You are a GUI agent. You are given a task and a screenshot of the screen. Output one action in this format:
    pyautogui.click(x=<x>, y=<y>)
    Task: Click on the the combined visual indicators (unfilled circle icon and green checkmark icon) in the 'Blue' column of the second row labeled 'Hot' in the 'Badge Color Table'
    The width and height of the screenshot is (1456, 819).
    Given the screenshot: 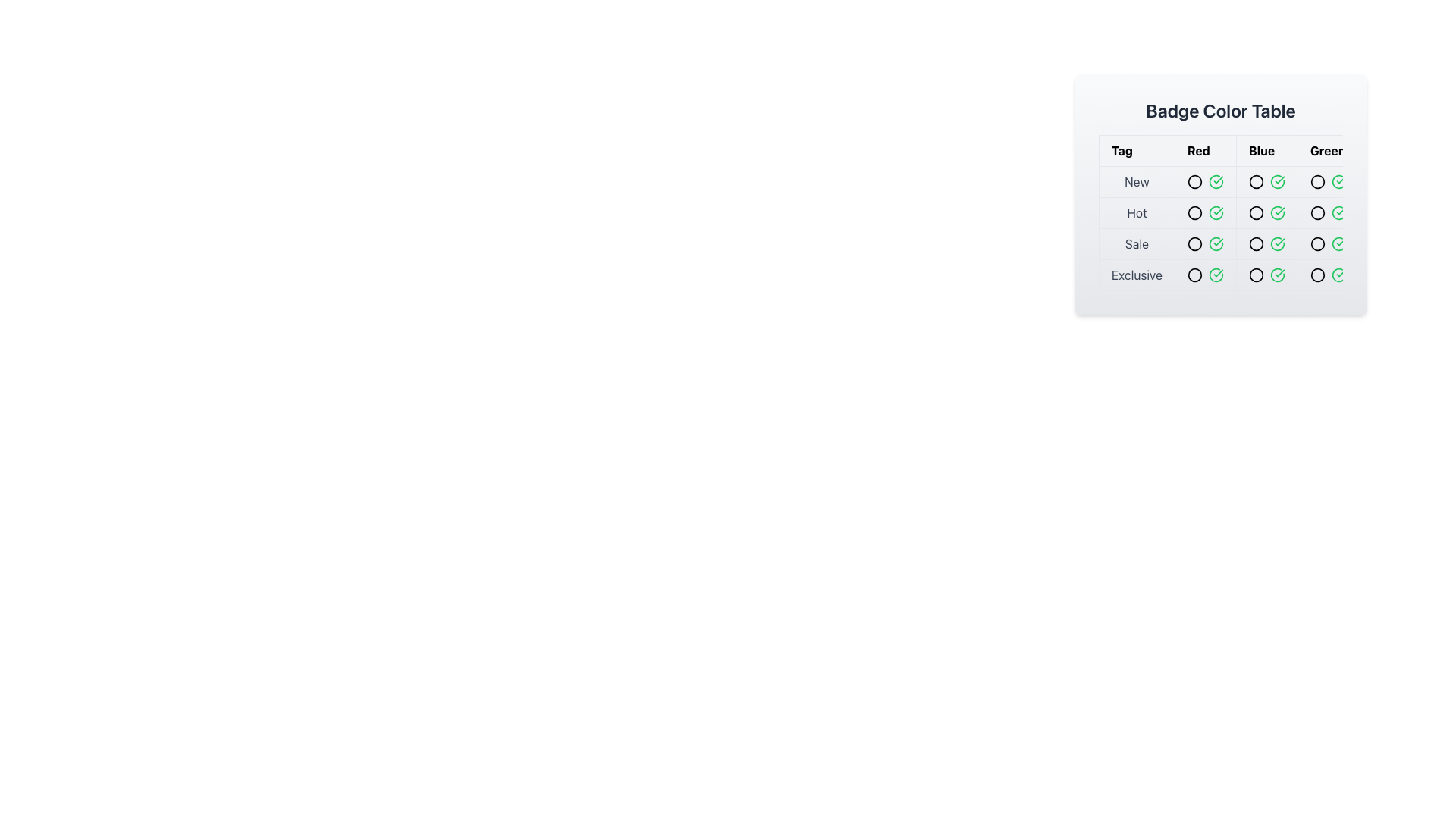 What is the action you would take?
    pyautogui.click(x=1266, y=213)
    